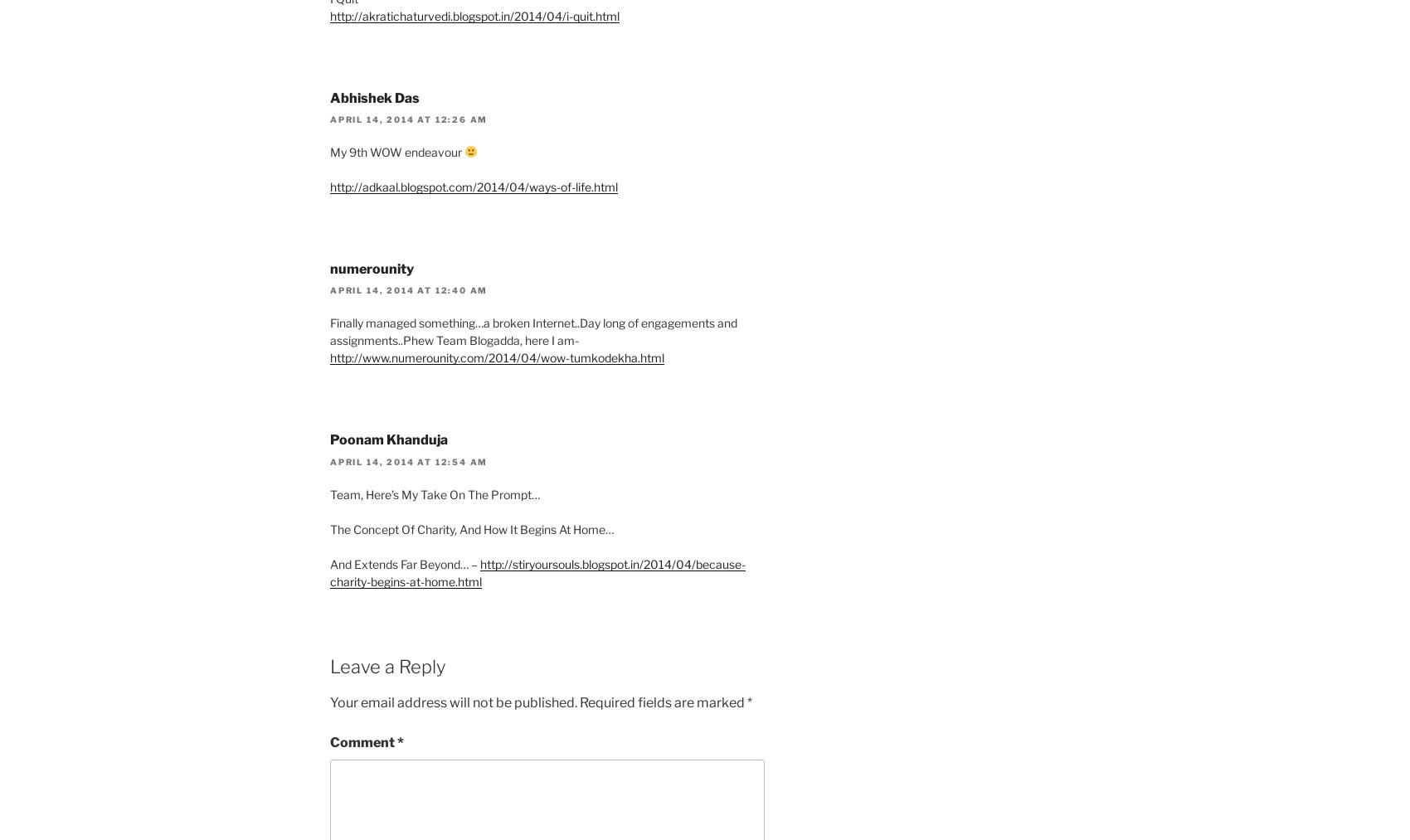  What do you see at coordinates (435, 493) in the screenshot?
I see `'Team, Here’s My Take On The Prompt…'` at bounding box center [435, 493].